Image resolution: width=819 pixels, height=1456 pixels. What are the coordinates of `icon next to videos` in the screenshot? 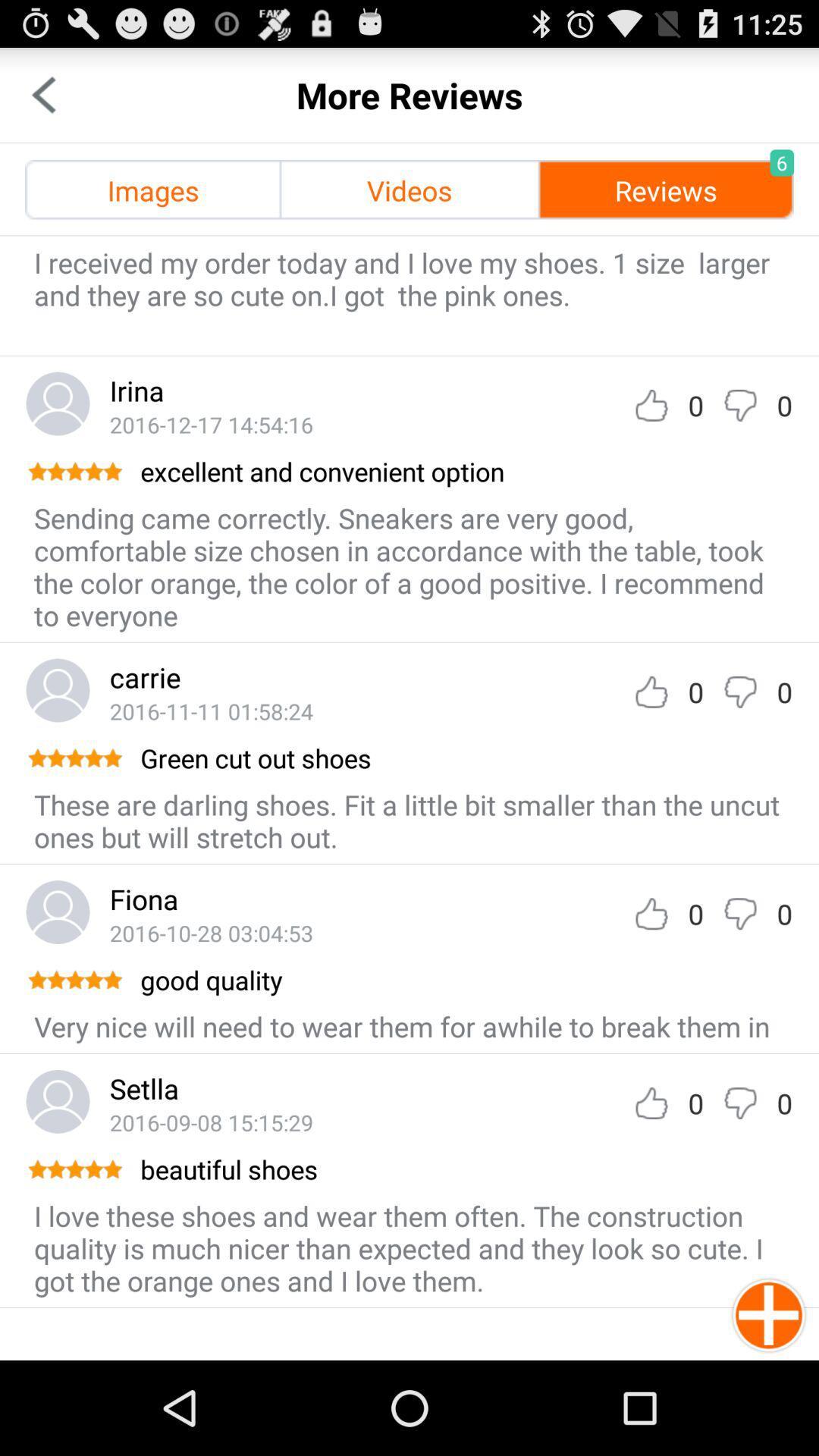 It's located at (153, 189).